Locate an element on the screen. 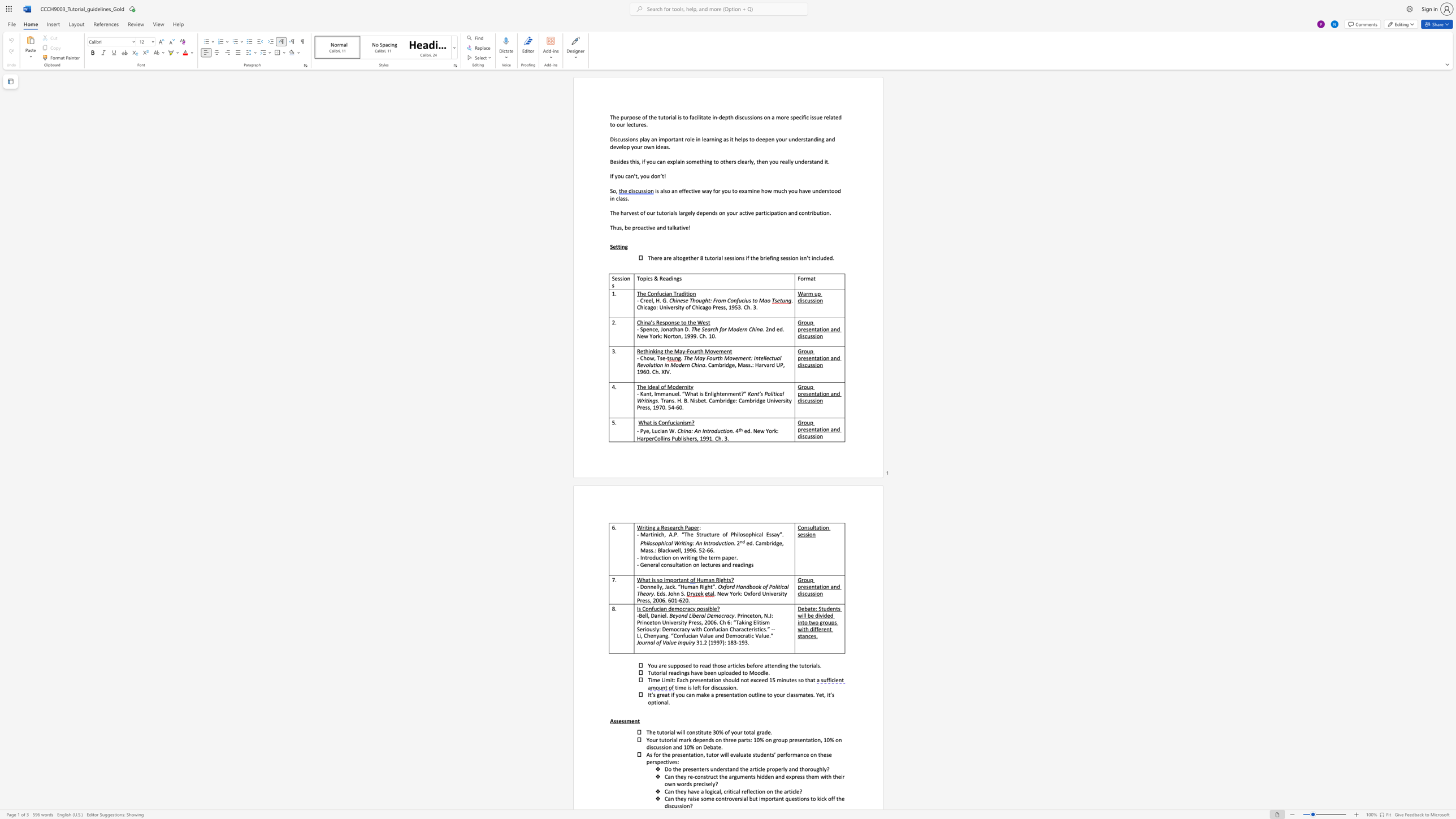 The height and width of the screenshot is (819, 1456). the subset text "eral Democr" within the text "Beyond Liberal Democracy" is located at coordinates (696, 615).